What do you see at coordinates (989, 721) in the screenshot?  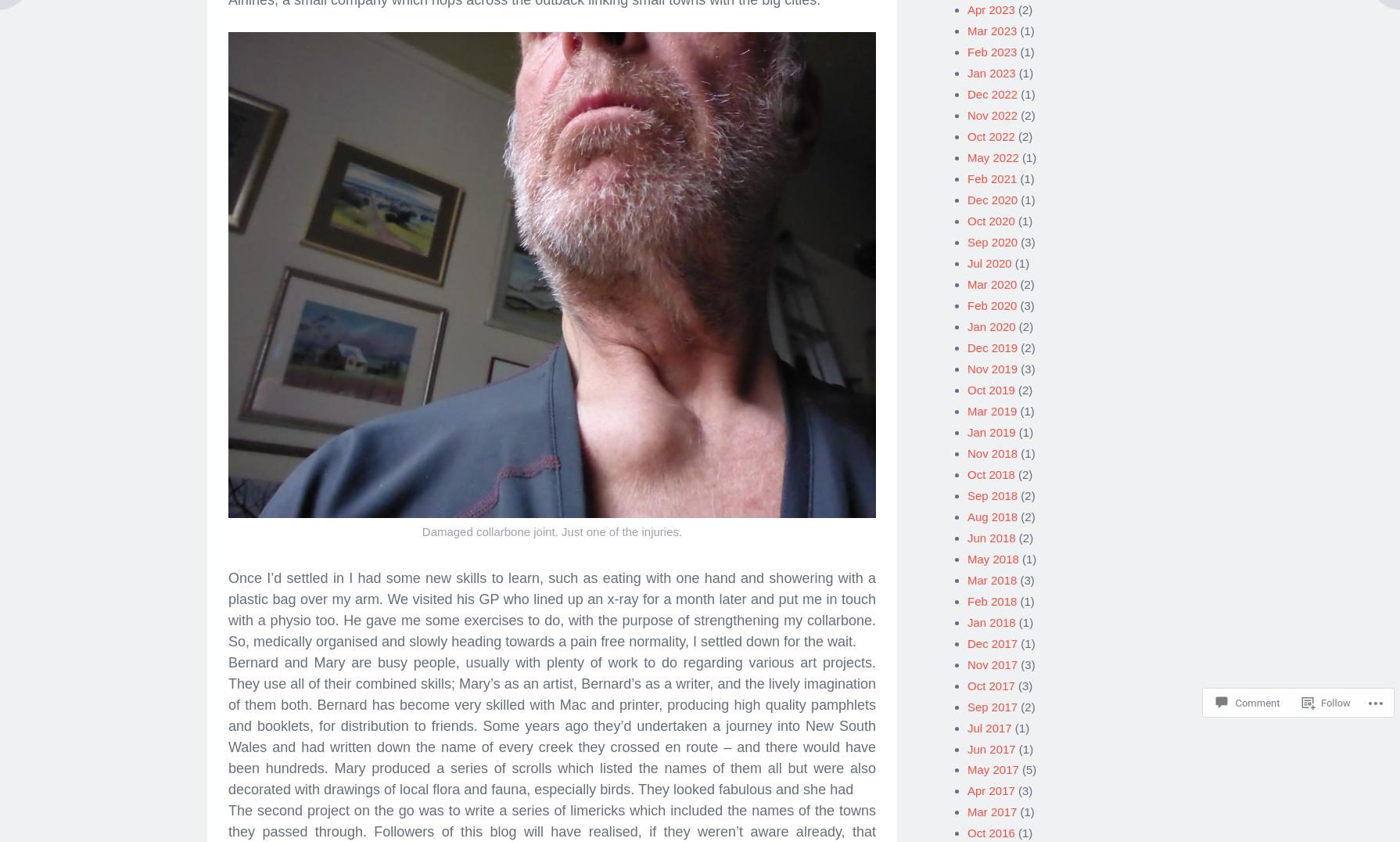 I see `'Jul 2017'` at bounding box center [989, 721].